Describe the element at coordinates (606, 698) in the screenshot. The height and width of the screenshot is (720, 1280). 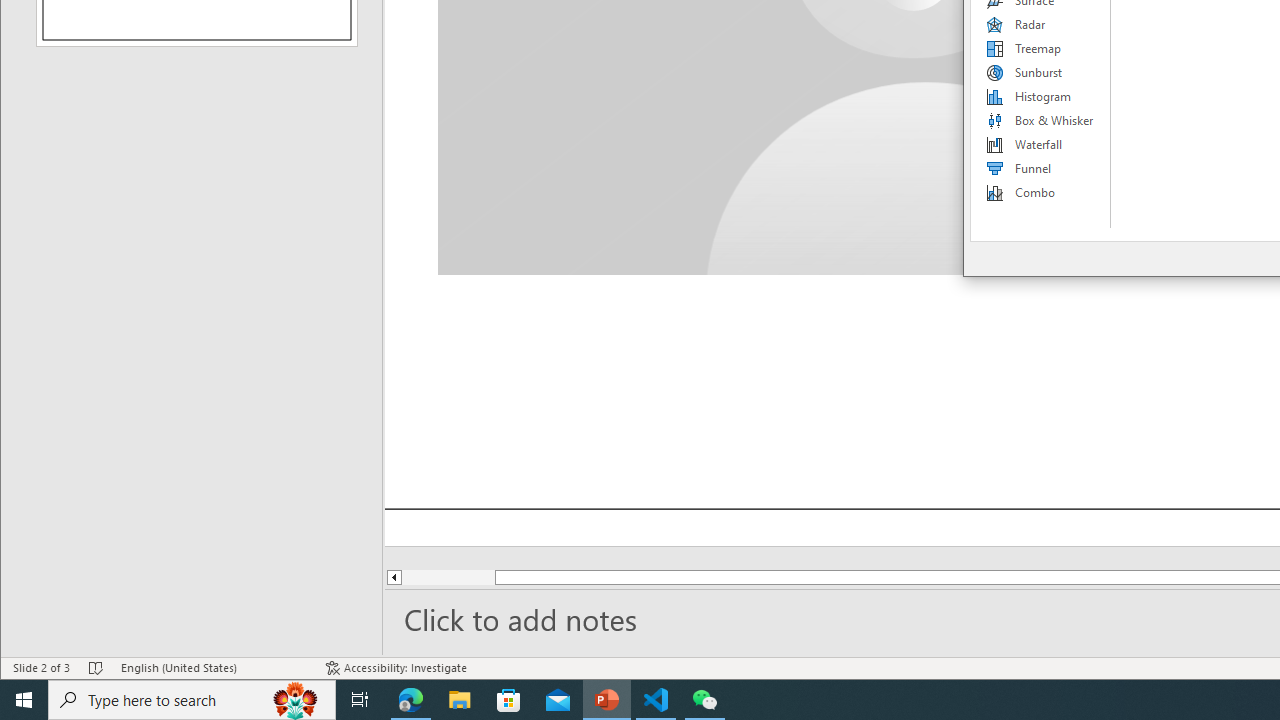
I see `'PowerPoint - 1 running window'` at that location.